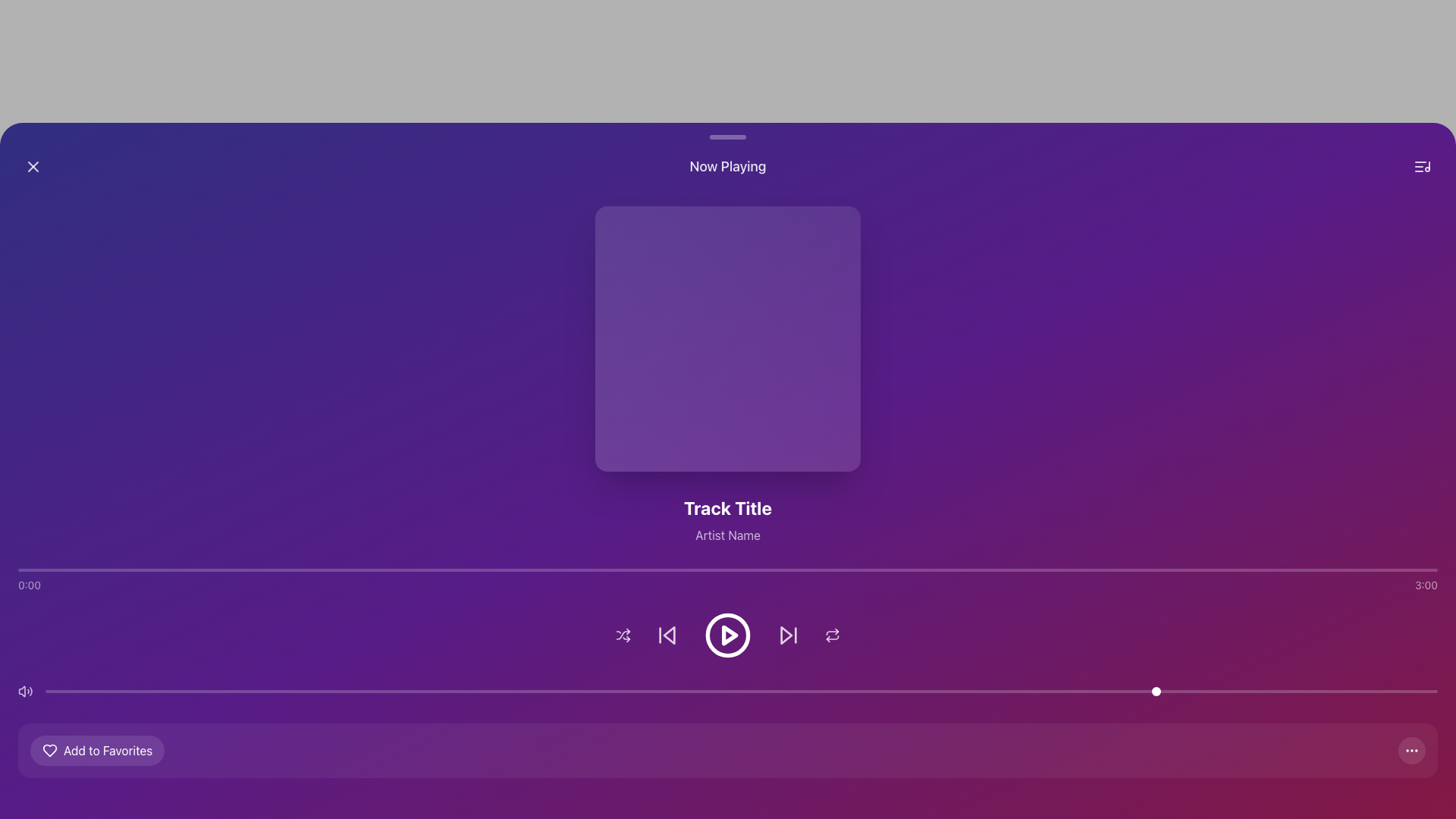 This screenshot has width=1456, height=819. Describe the element at coordinates (146, 570) in the screenshot. I see `the playback progress` at that location.